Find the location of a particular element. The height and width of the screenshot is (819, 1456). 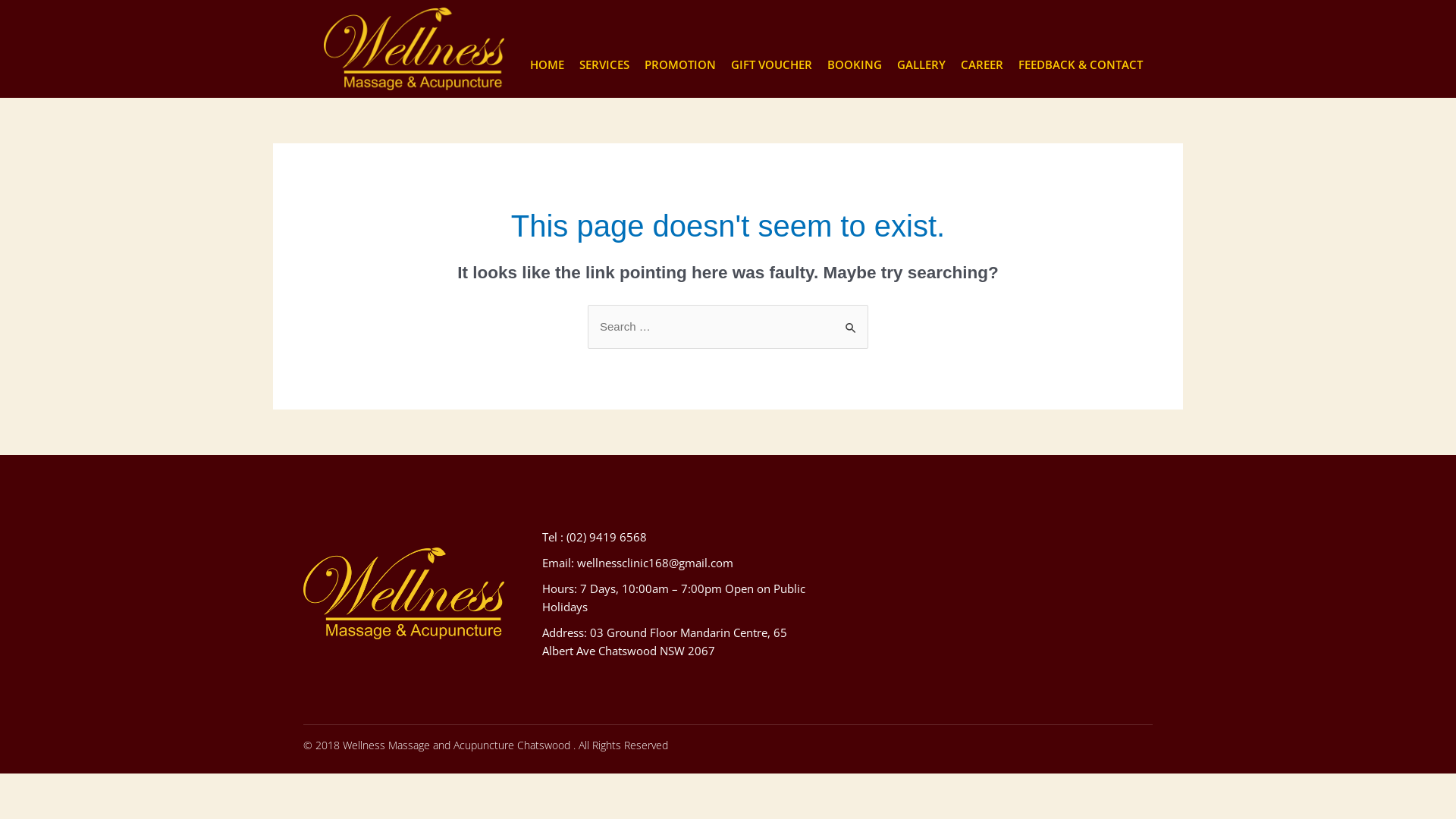

'CAREER' is located at coordinates (981, 63).